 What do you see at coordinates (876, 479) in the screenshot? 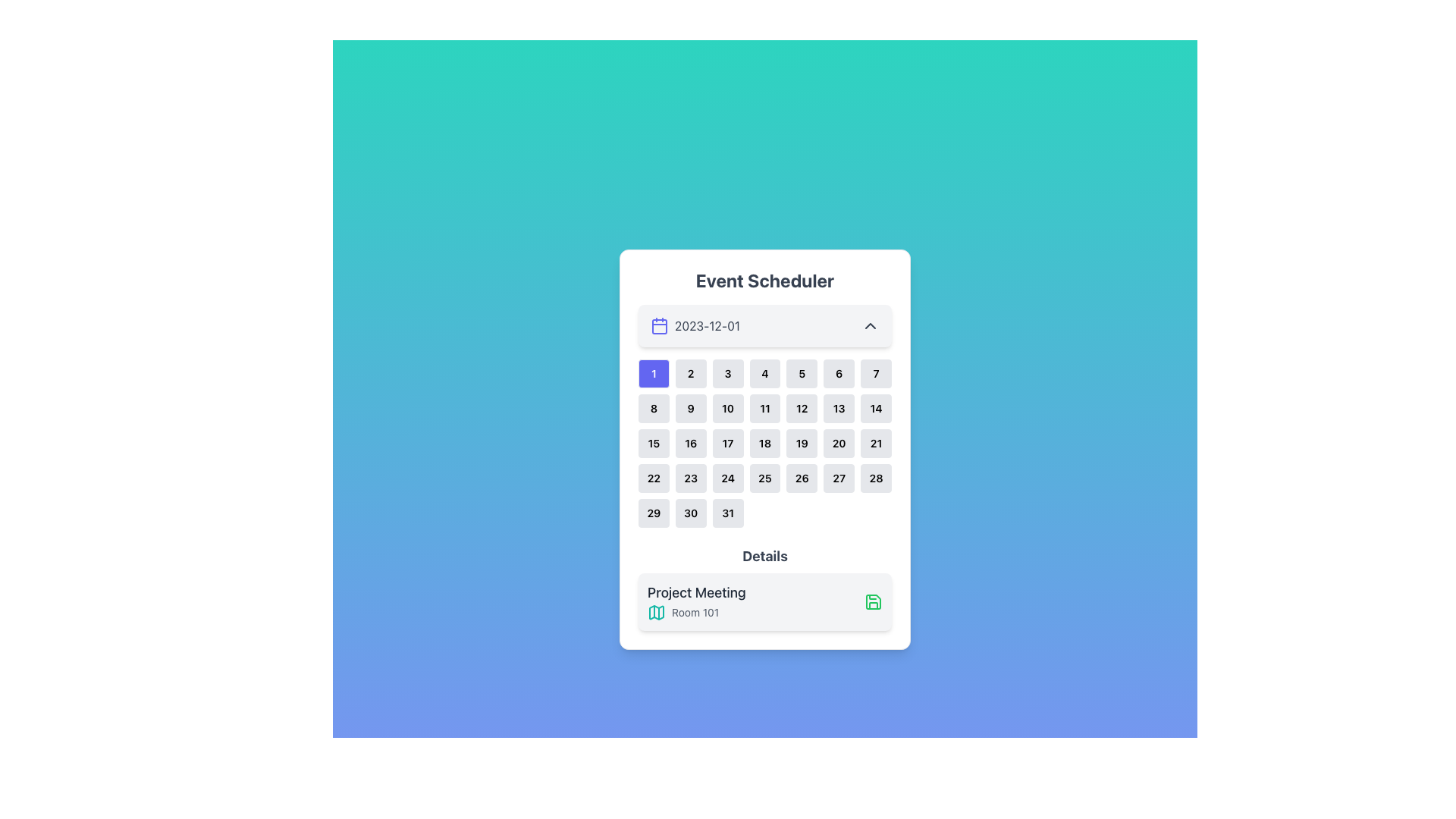
I see `the selectable date button located in the sixth row and seventh column of the calendar view under the 'Event Scheduler' header` at bounding box center [876, 479].